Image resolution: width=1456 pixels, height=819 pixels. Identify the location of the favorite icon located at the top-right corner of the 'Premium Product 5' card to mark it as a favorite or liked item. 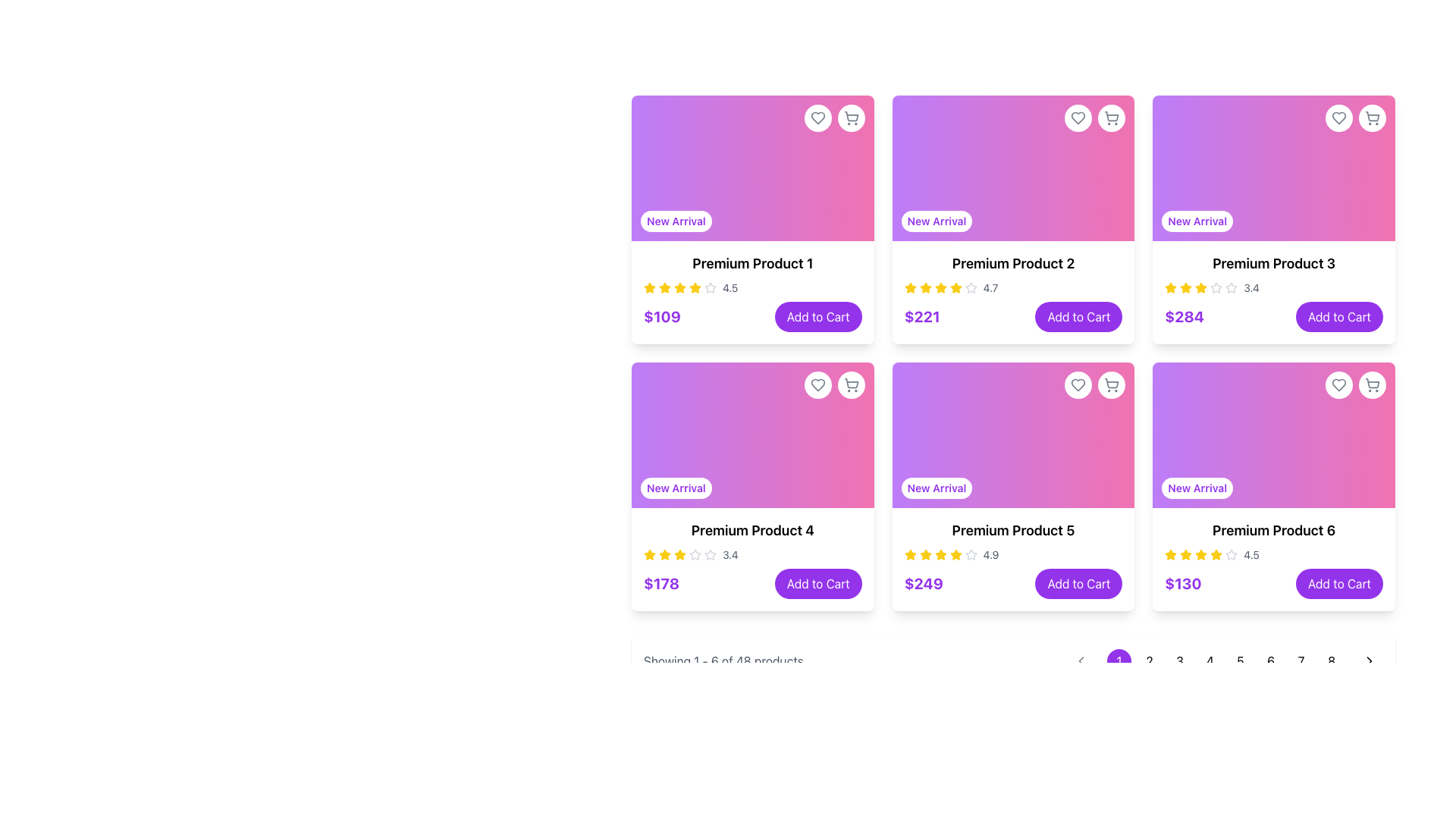
(1078, 384).